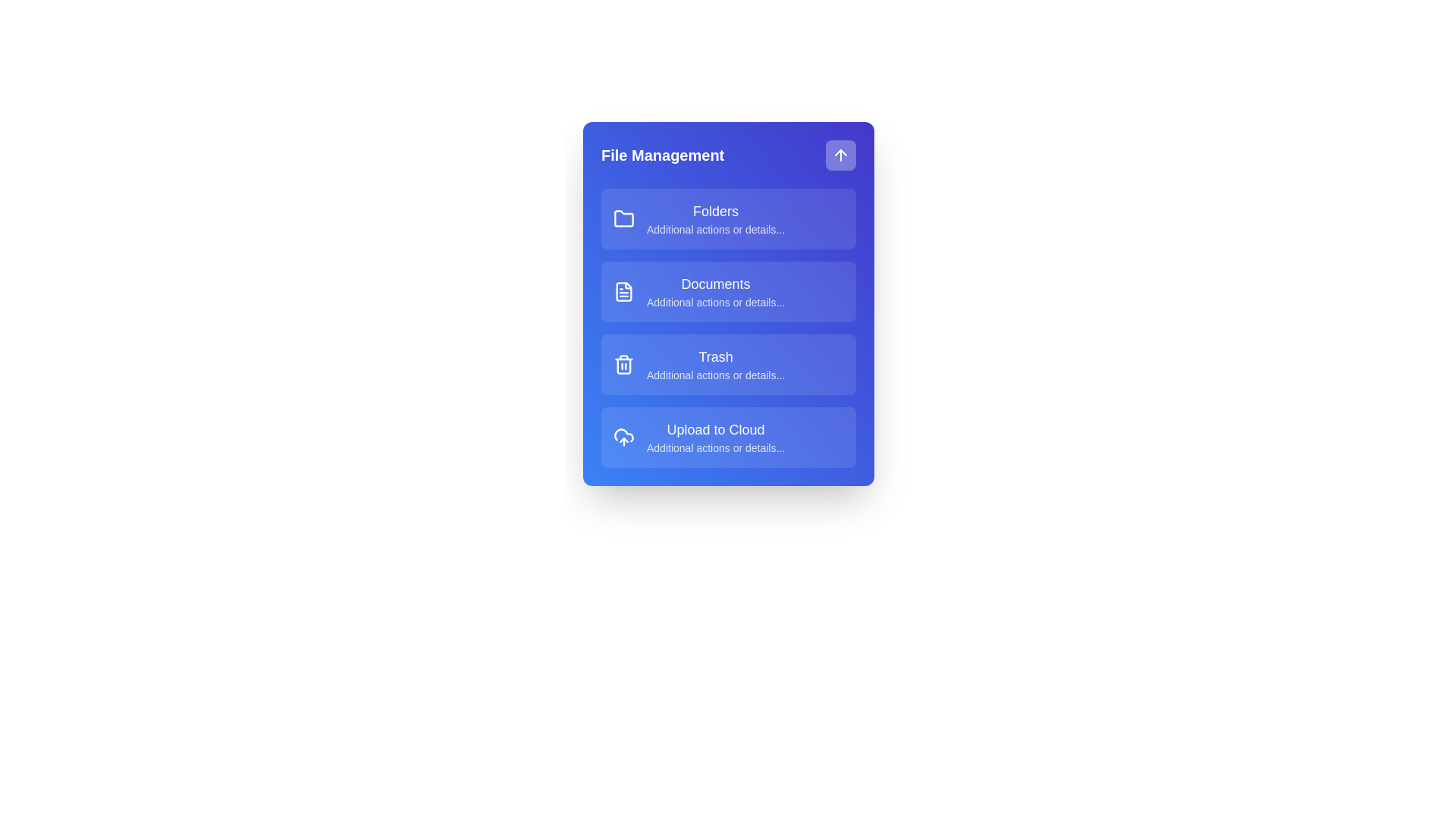  What do you see at coordinates (728, 365) in the screenshot?
I see `the menu item Trash` at bounding box center [728, 365].